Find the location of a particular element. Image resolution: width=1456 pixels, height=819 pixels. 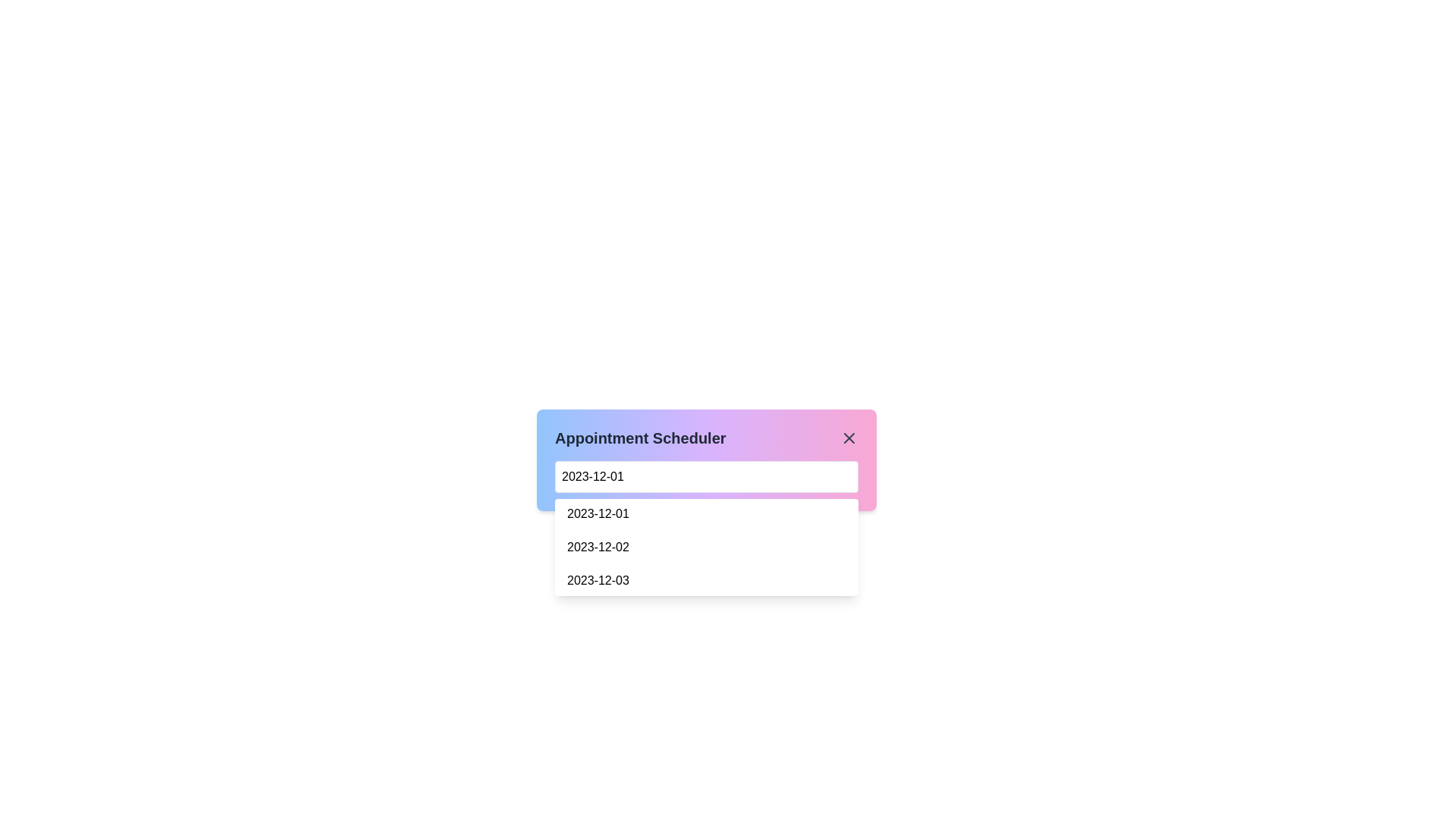

the 'X' icon button in the top-right corner of the 'Appointment Scheduler' bar is located at coordinates (848, 438).